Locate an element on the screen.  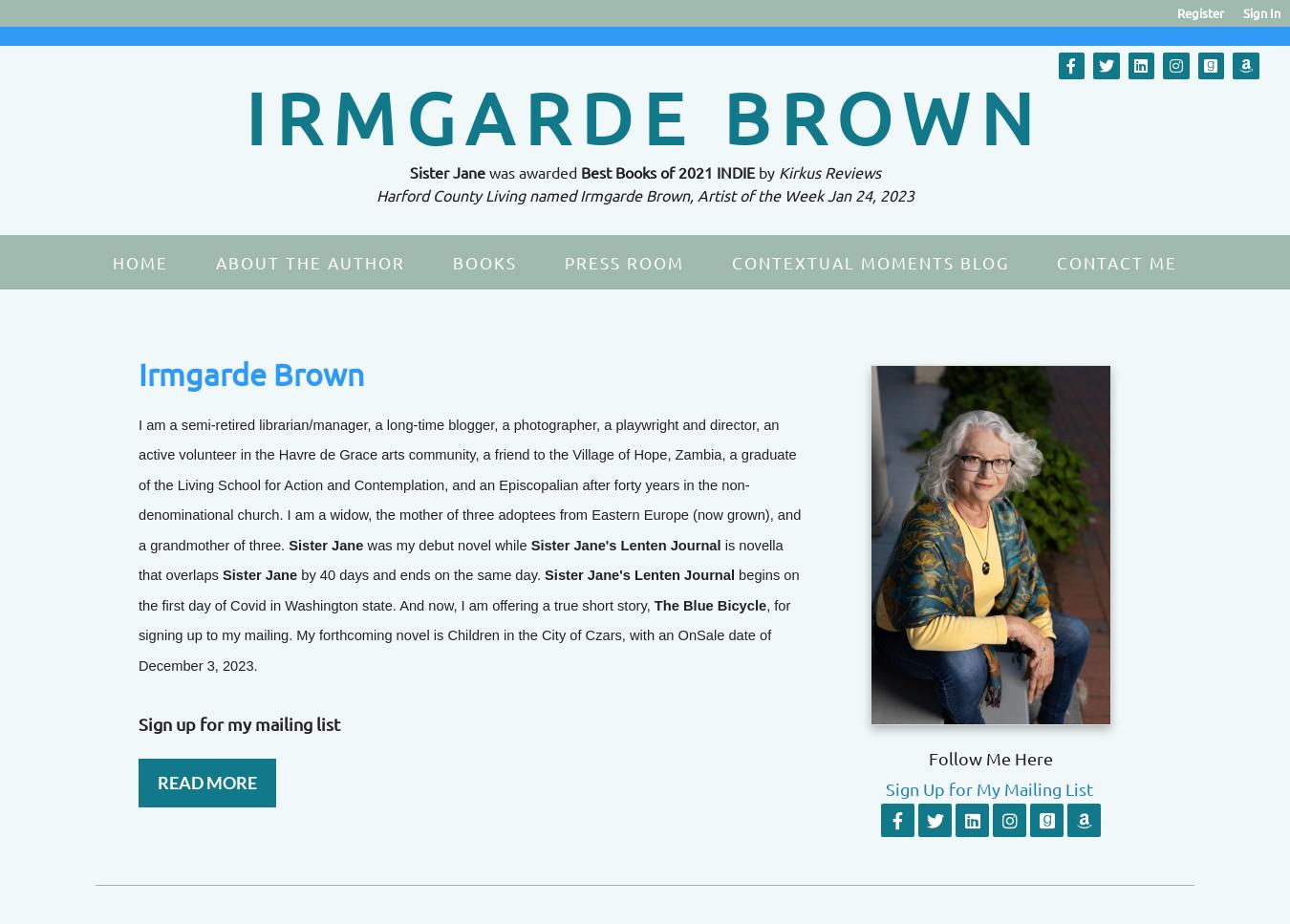
'Follow Me Here' is located at coordinates (990, 757).